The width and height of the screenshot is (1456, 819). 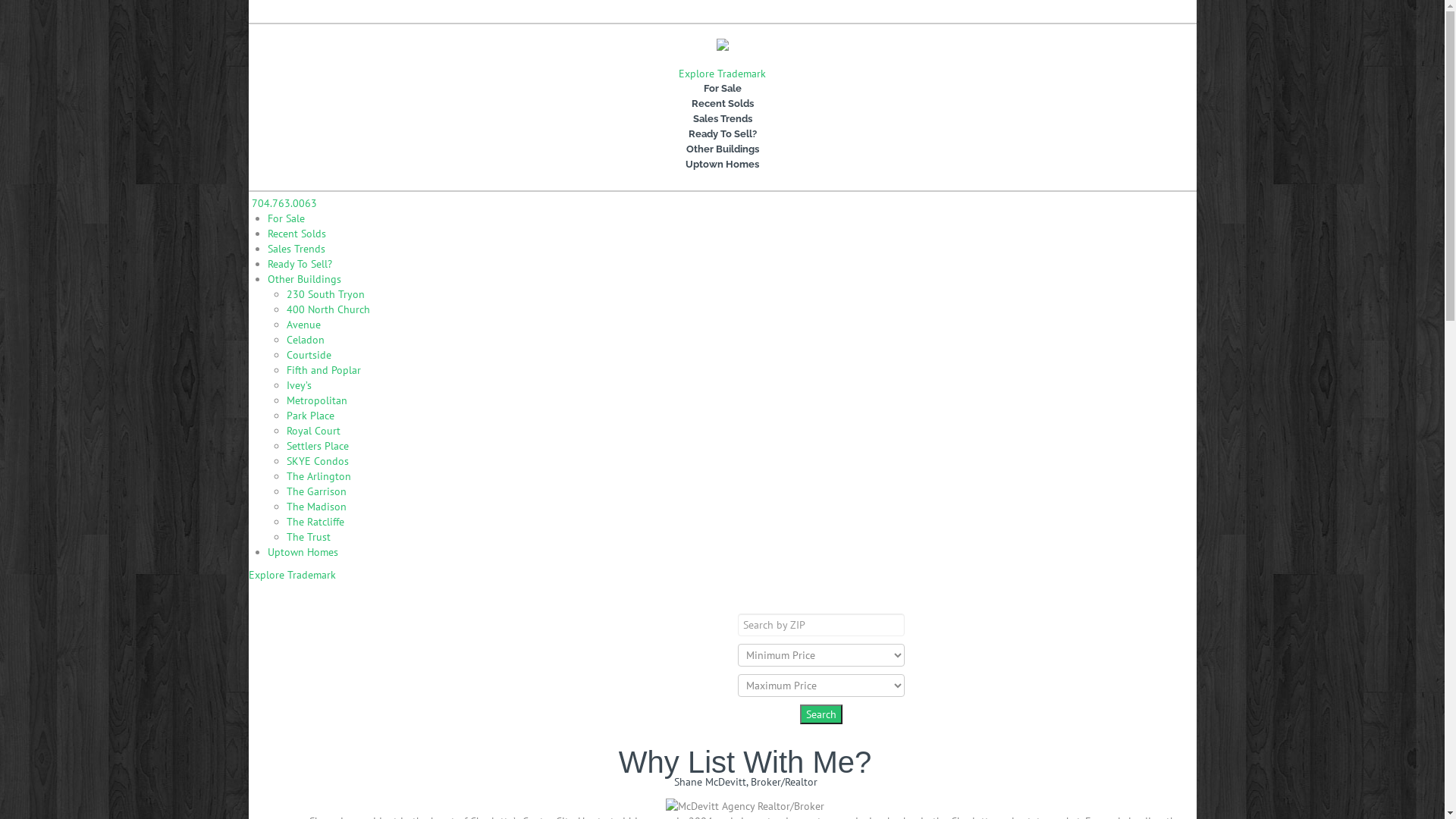 I want to click on 'Metropolitan', so click(x=287, y=400).